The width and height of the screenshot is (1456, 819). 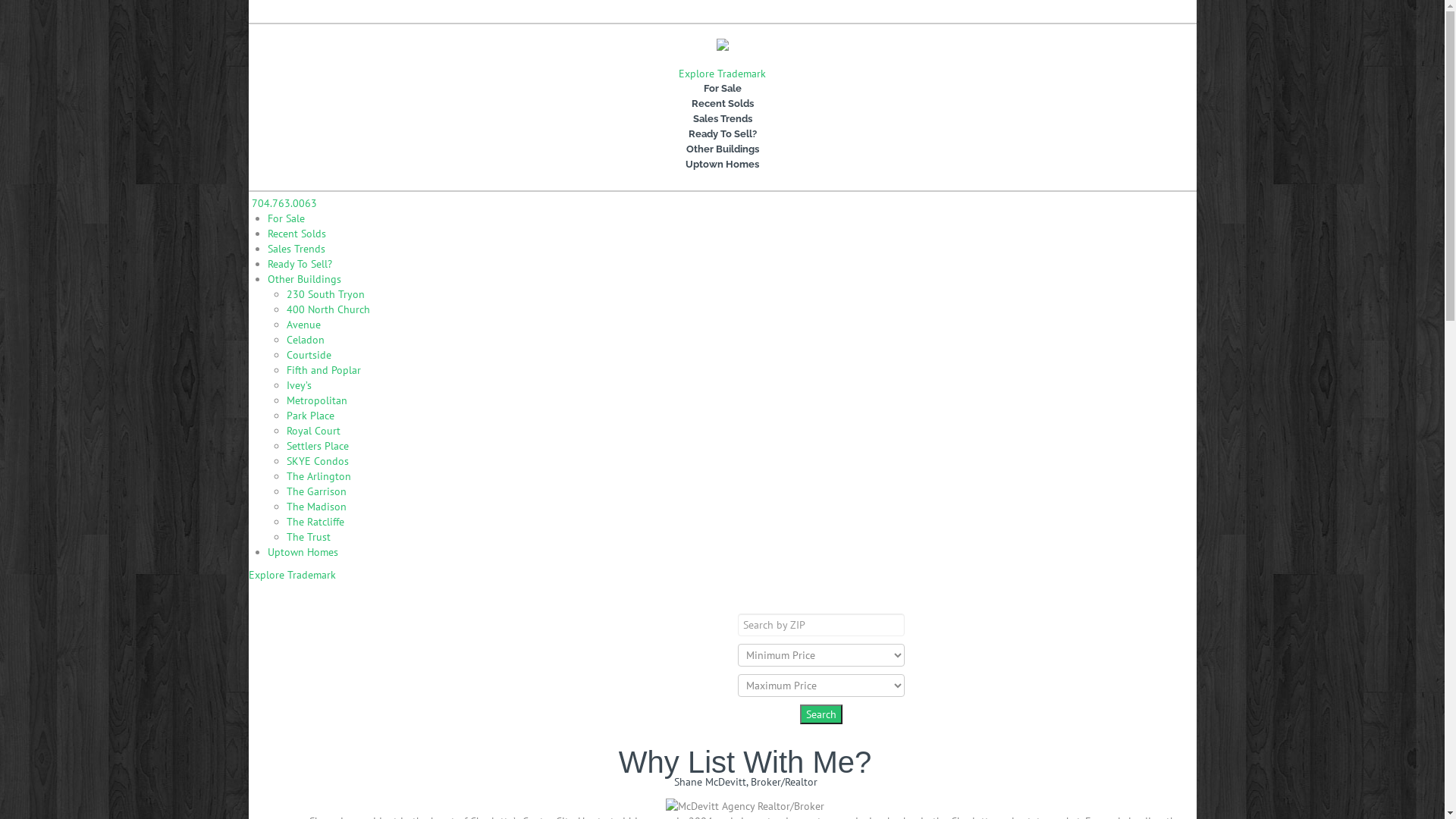 I want to click on 'Metropolitan', so click(x=287, y=400).